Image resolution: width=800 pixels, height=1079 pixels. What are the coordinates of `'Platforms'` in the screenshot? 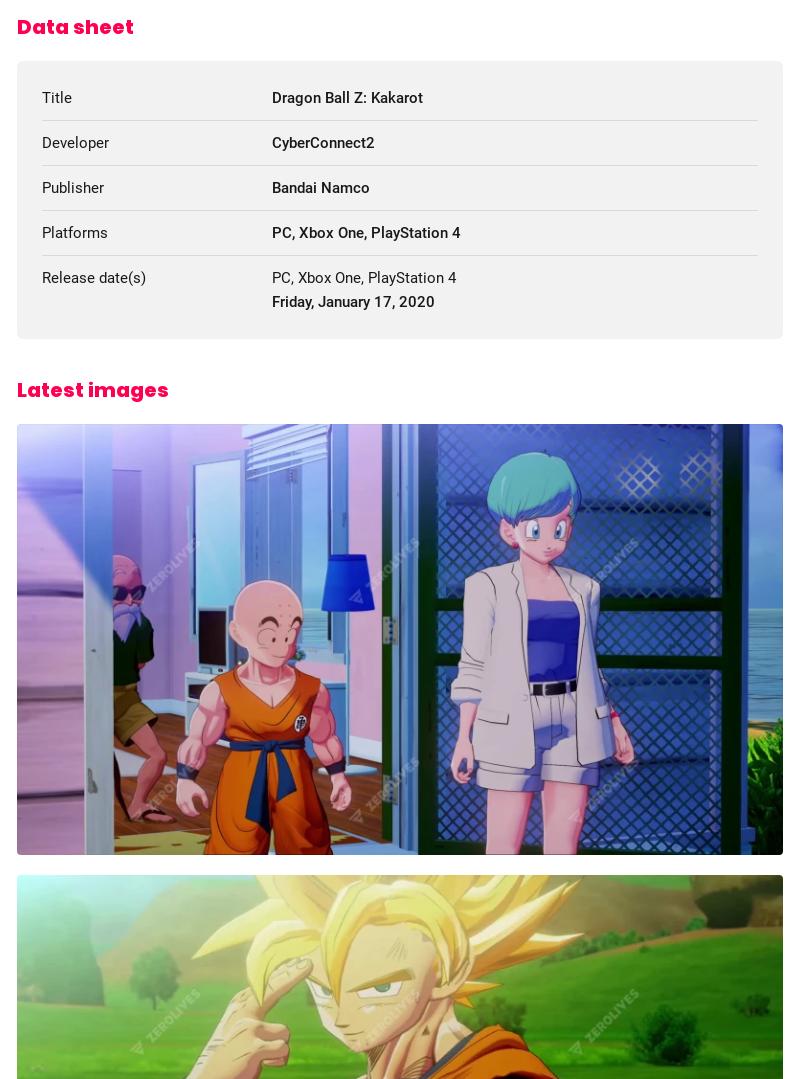 It's located at (41, 231).